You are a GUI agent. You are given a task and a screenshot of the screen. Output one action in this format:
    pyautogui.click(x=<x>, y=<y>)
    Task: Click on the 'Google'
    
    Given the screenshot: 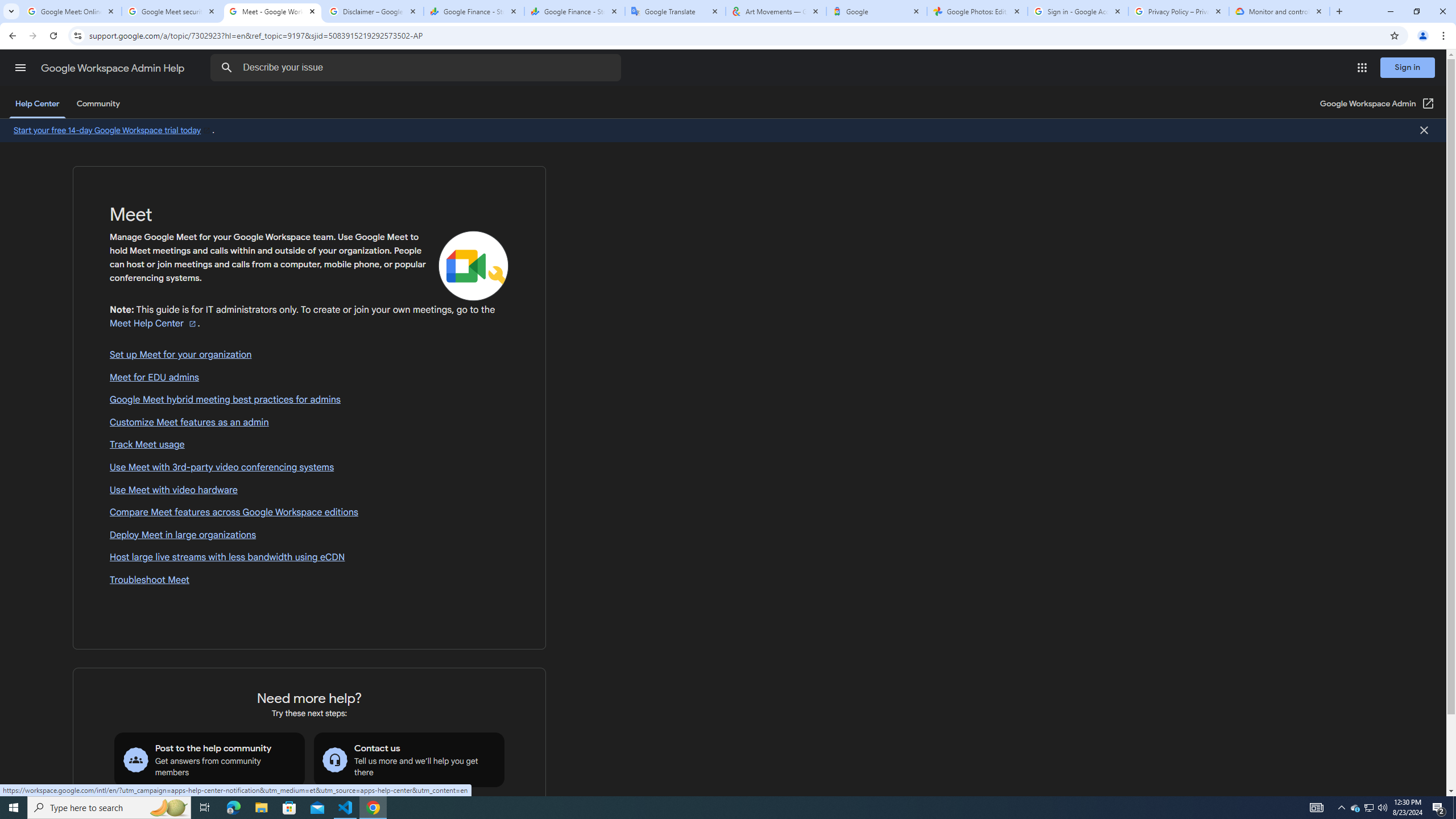 What is the action you would take?
    pyautogui.click(x=876, y=11)
    